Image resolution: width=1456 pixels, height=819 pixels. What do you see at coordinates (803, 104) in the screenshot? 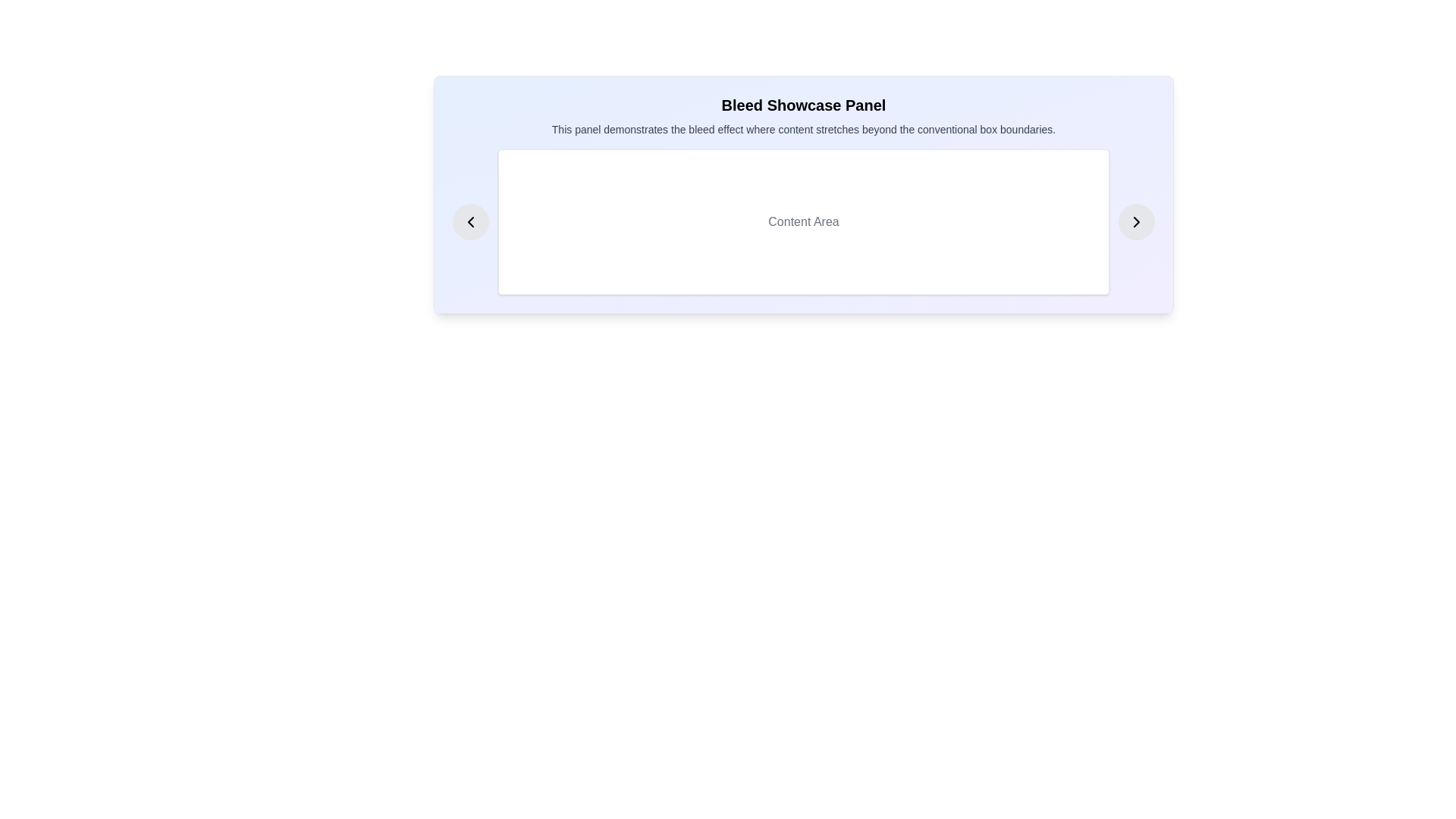
I see `the Text Header that reads 'Bleed Showcase Panel', which is prominently styled with bold text and located at the top section of a panel` at bounding box center [803, 104].